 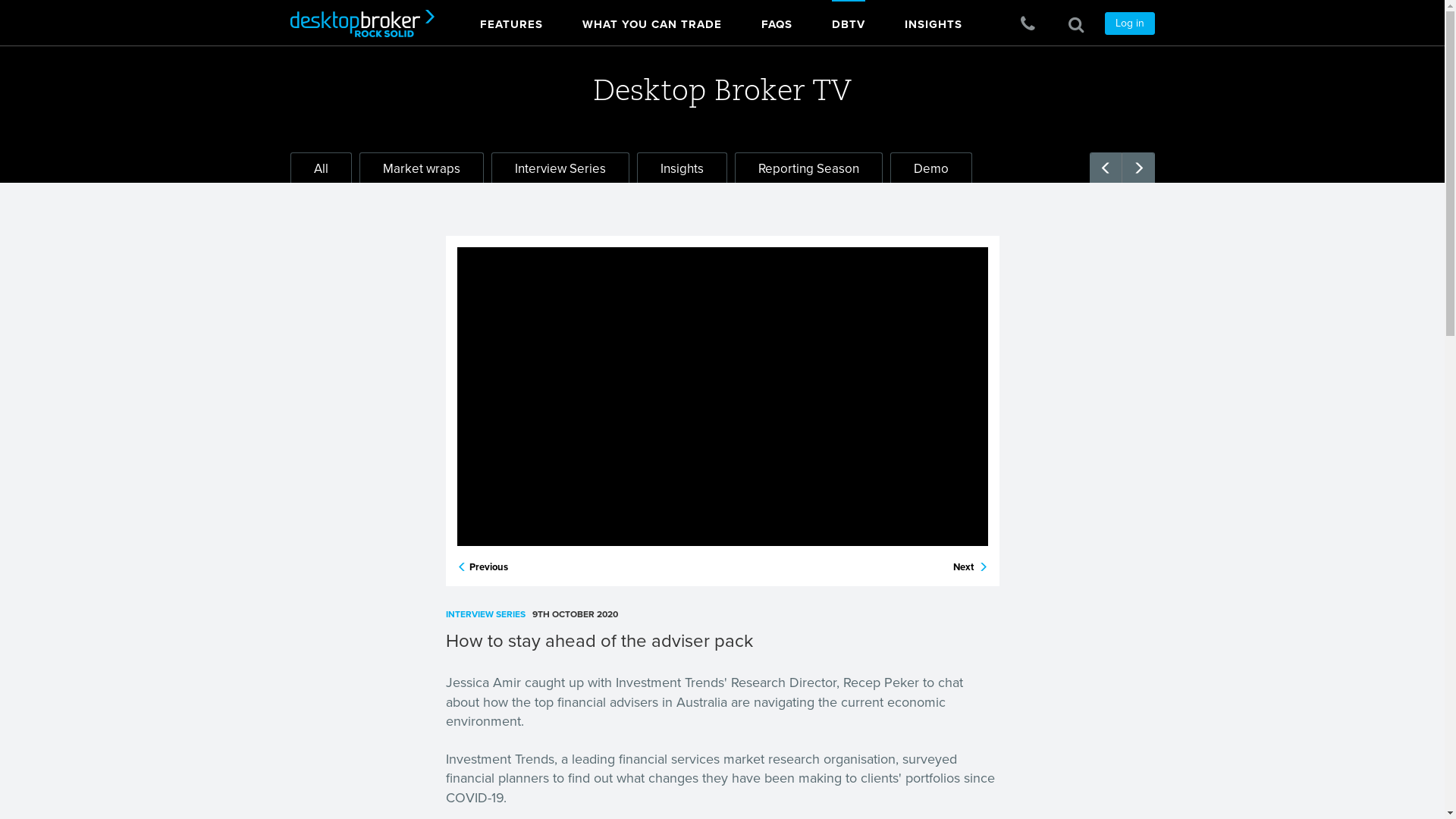 I want to click on 'Market wraps', so click(x=422, y=167).